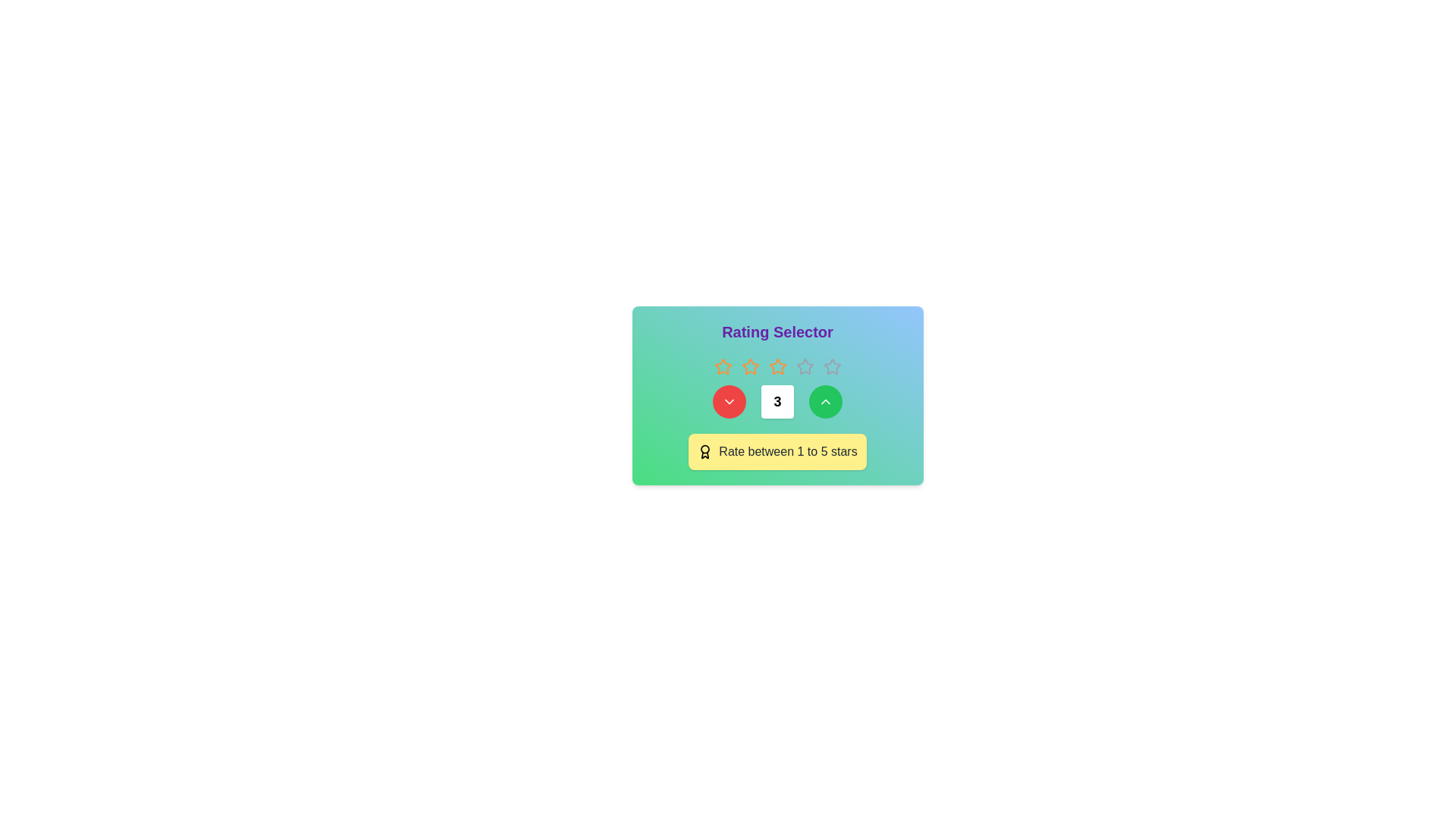 The image size is (1456, 819). What do you see at coordinates (750, 366) in the screenshot?
I see `the second star icon in the rating selector` at bounding box center [750, 366].